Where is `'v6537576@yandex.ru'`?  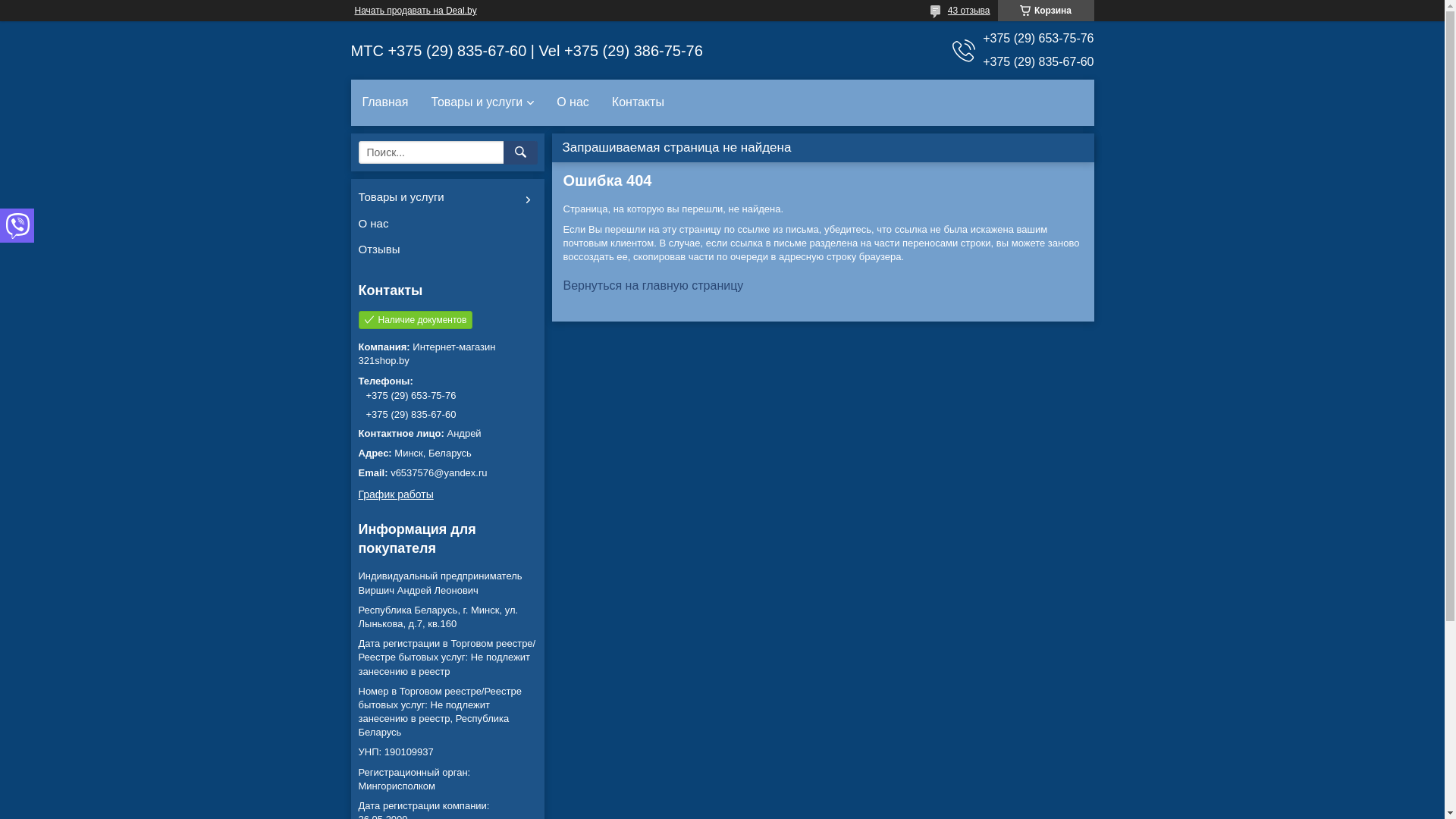 'v6537576@yandex.ru' is located at coordinates (446, 472).